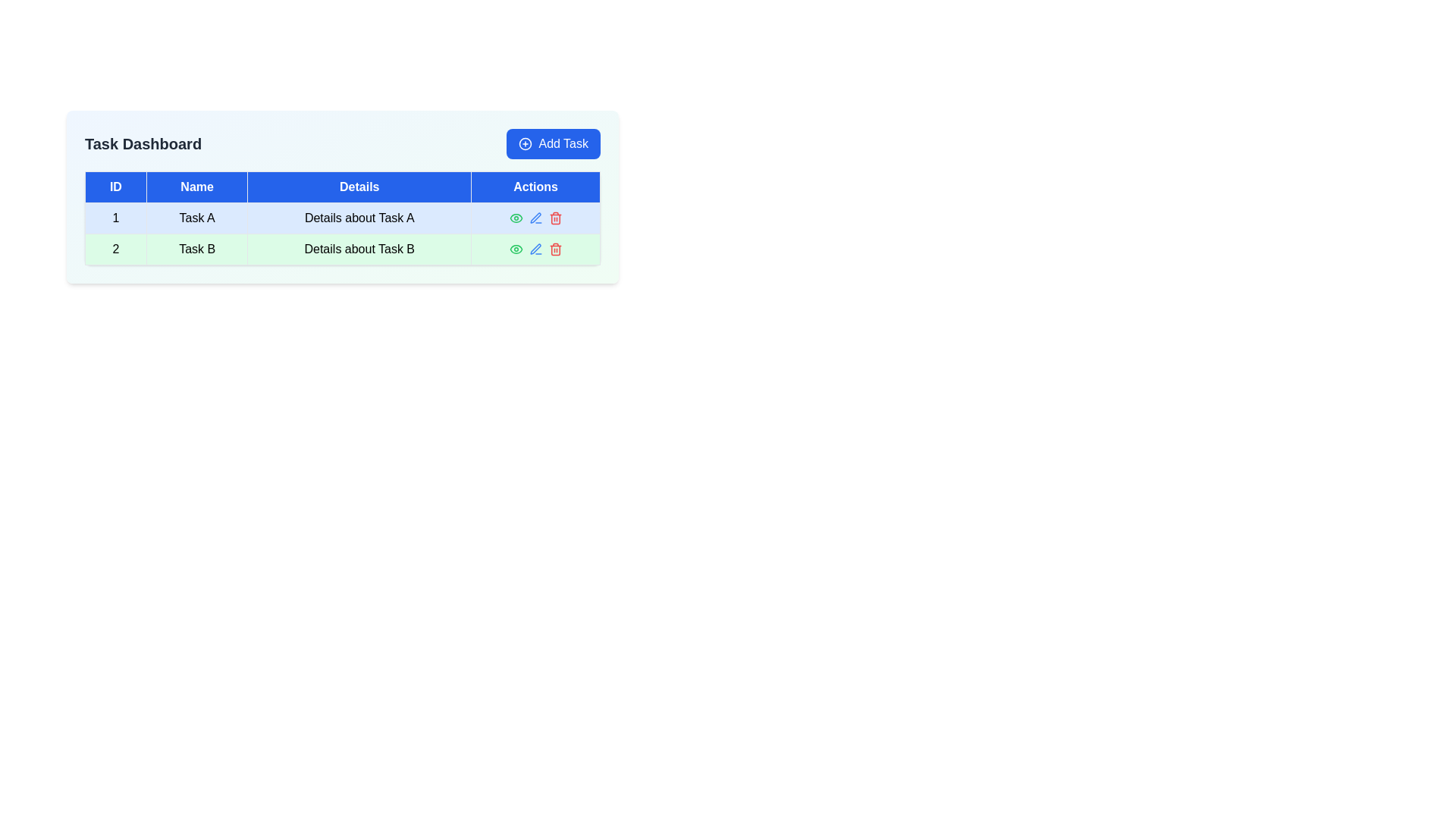  I want to click on the second row of the table containing the number '2', 'Task B', and action icons, so click(341, 248).